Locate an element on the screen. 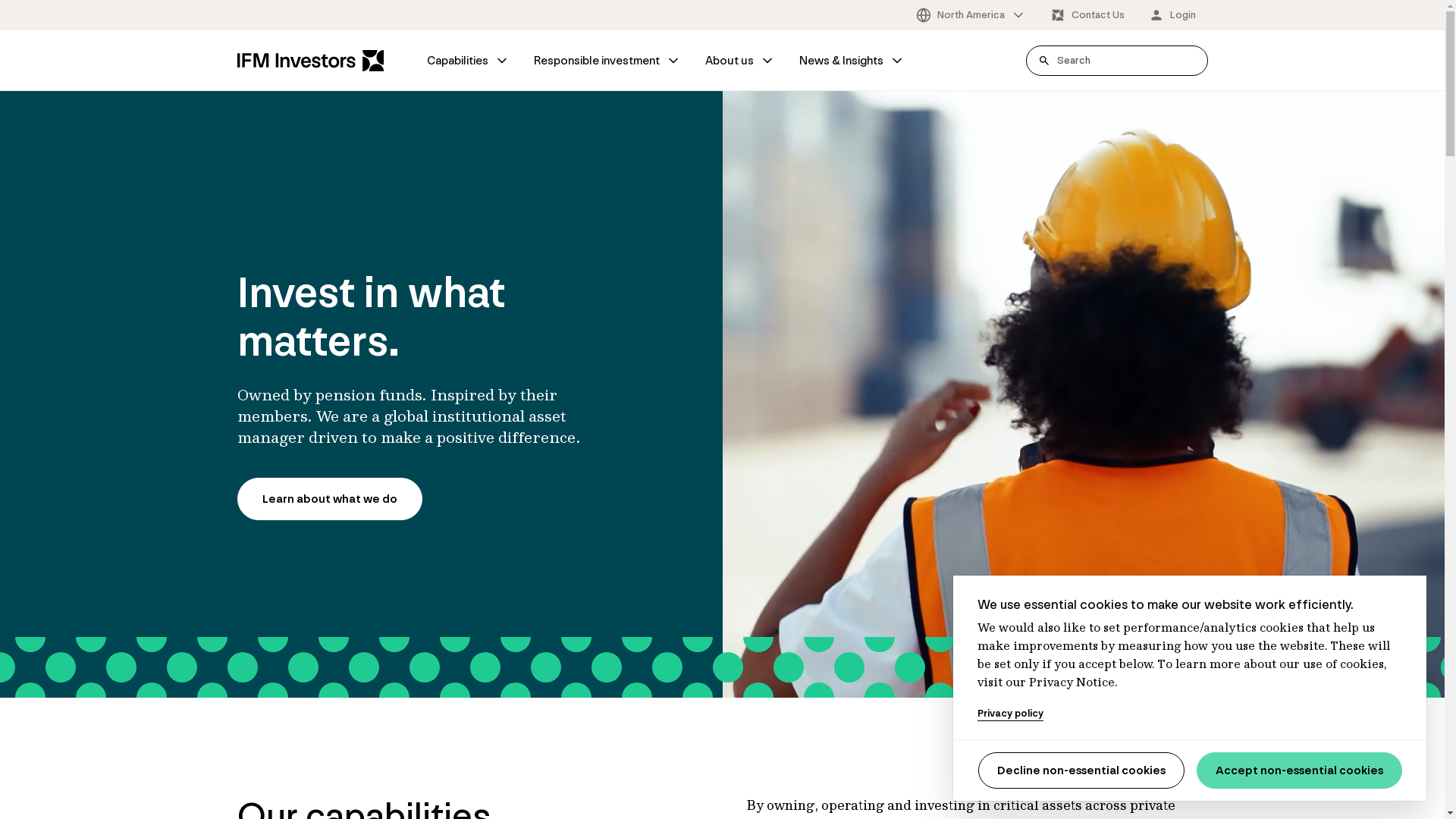 This screenshot has width=1456, height=819. 'About us' is located at coordinates (739, 60).